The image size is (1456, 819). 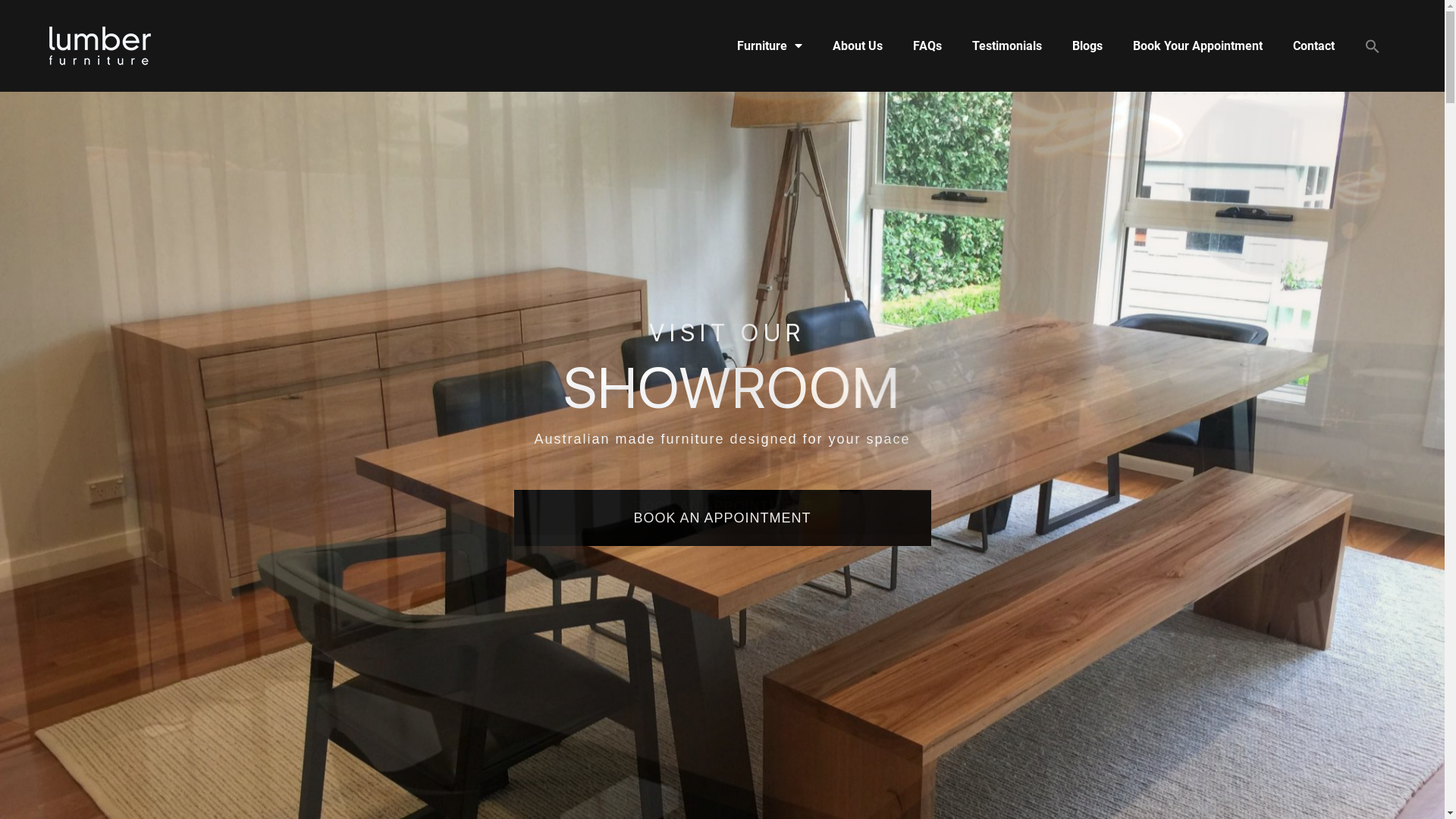 I want to click on 'Testimonials', so click(x=1007, y=45).